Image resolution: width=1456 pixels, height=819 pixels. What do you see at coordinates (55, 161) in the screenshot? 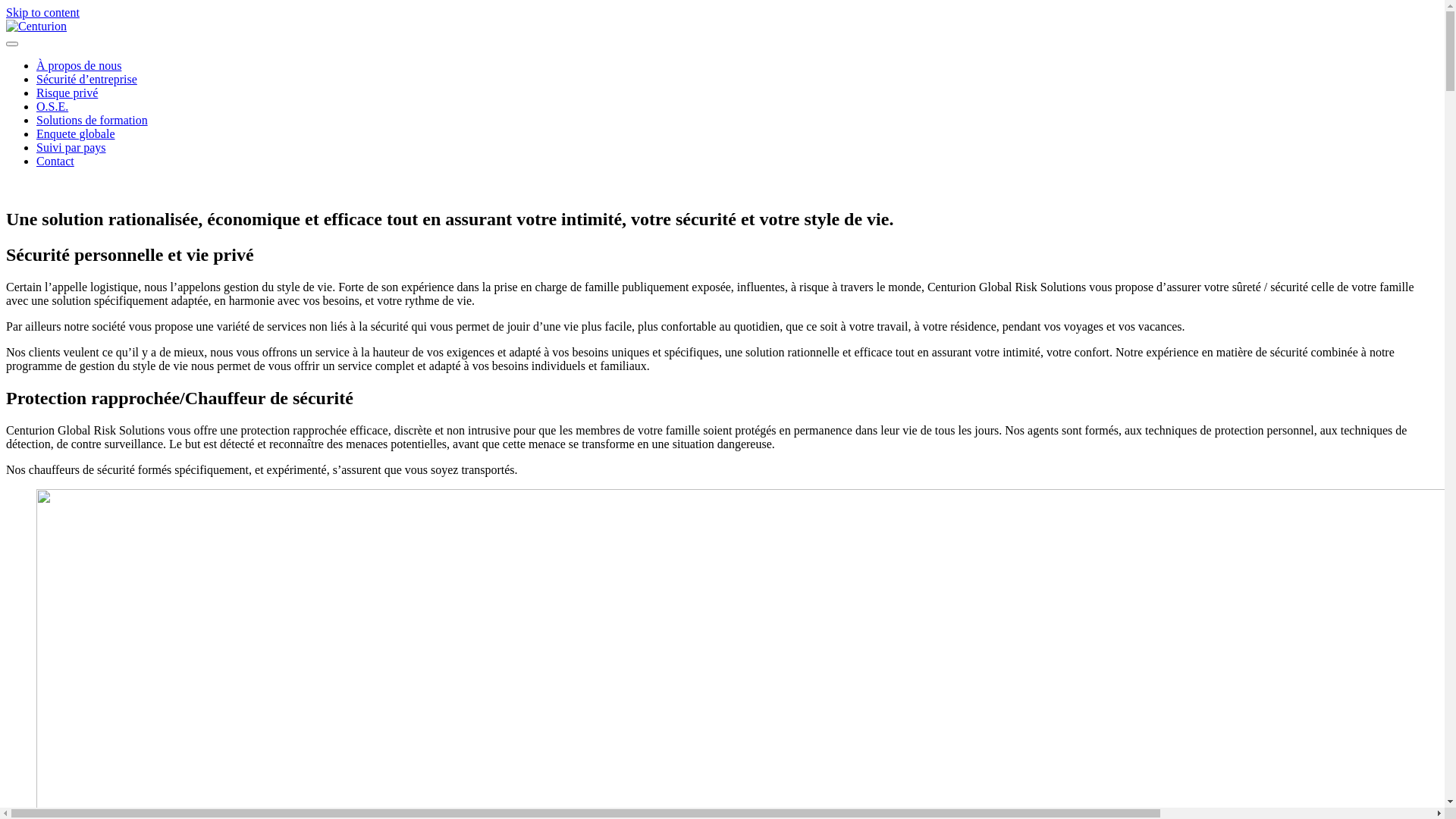
I see `'Contact'` at bounding box center [55, 161].